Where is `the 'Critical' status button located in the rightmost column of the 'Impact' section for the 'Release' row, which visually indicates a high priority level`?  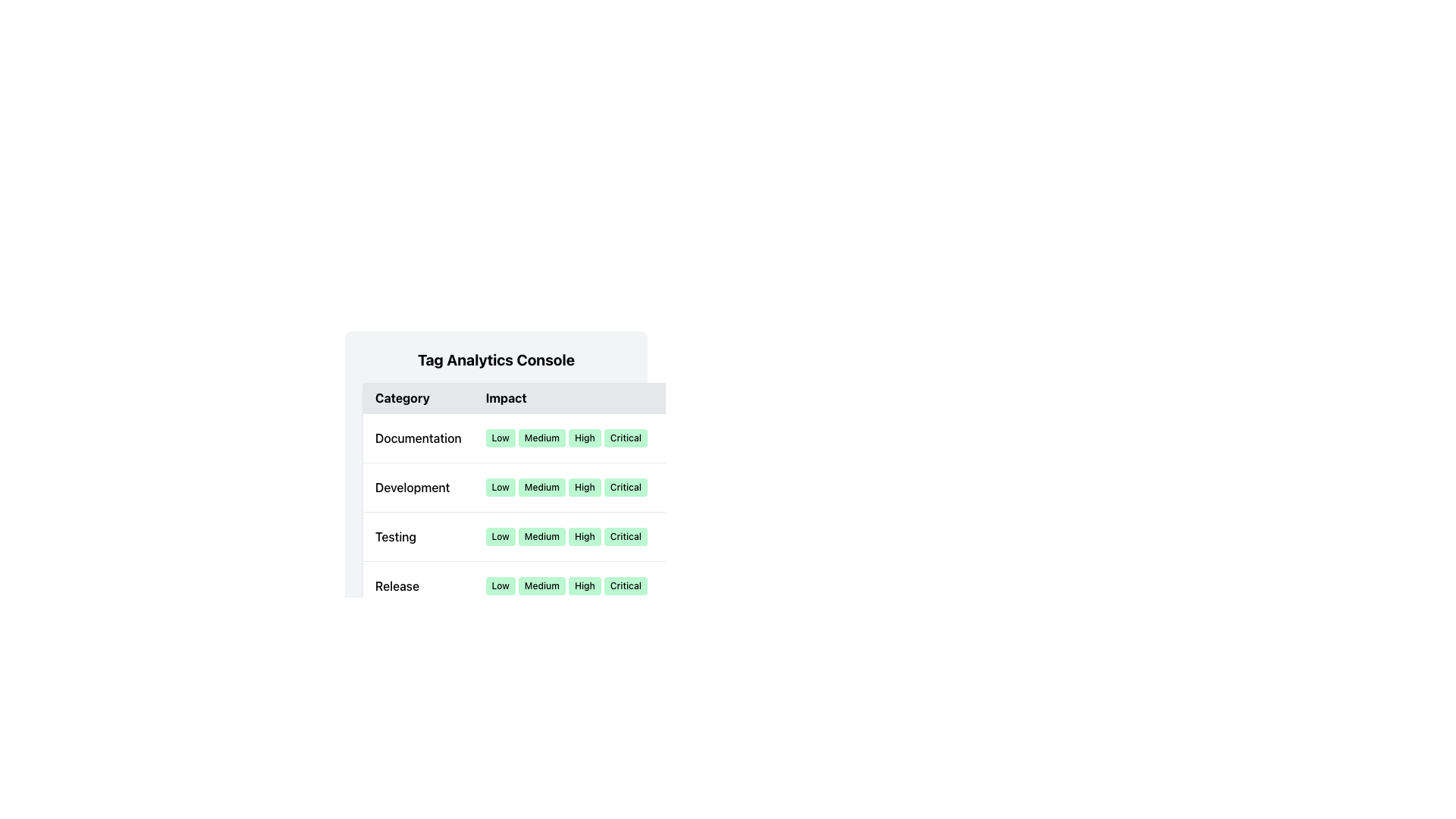 the 'Critical' status button located in the rightmost column of the 'Impact' section for the 'Release' row, which visually indicates a high priority level is located at coordinates (626, 585).